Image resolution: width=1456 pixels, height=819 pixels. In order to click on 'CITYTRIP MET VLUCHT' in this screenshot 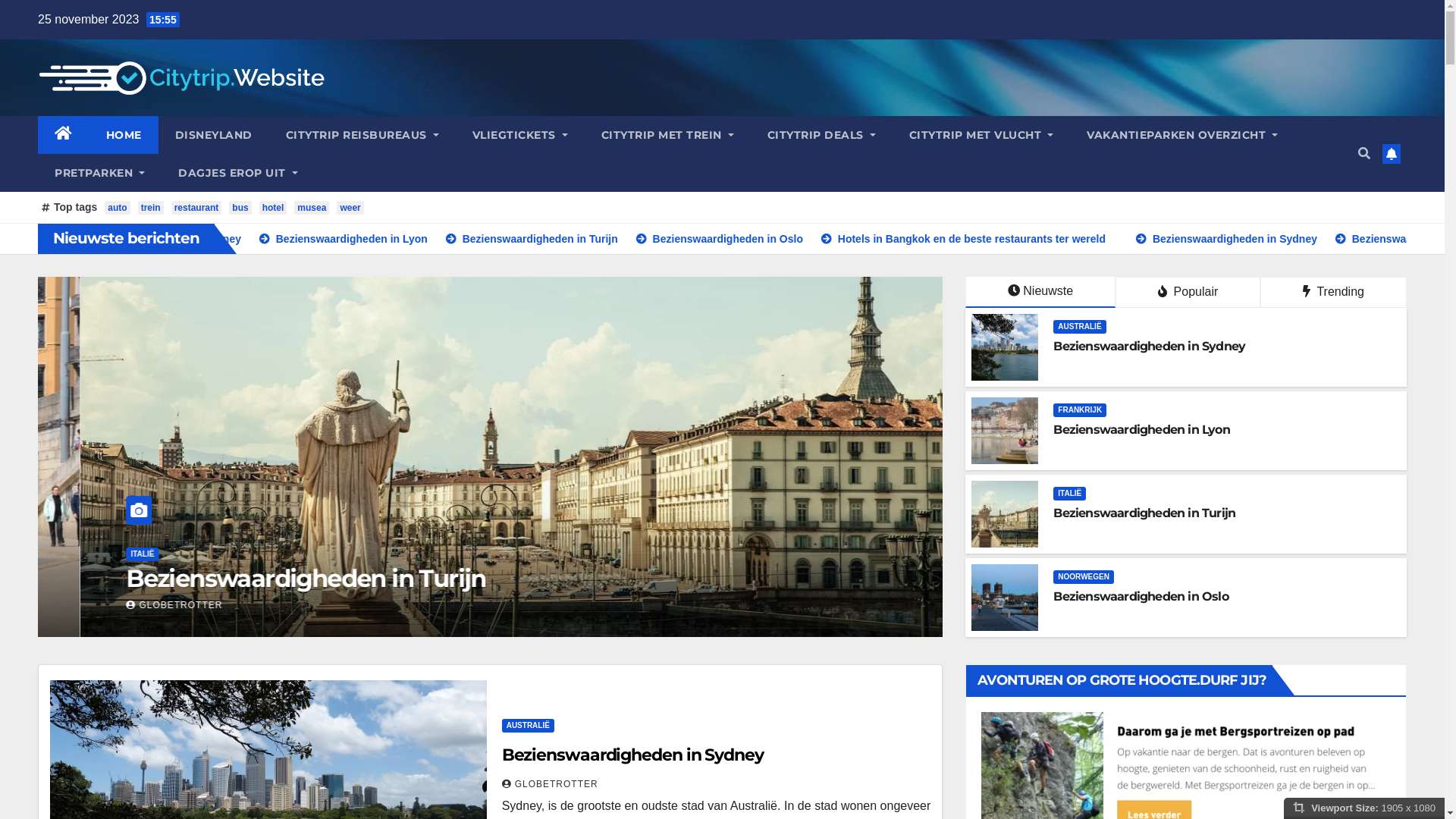, I will do `click(981, 133)`.